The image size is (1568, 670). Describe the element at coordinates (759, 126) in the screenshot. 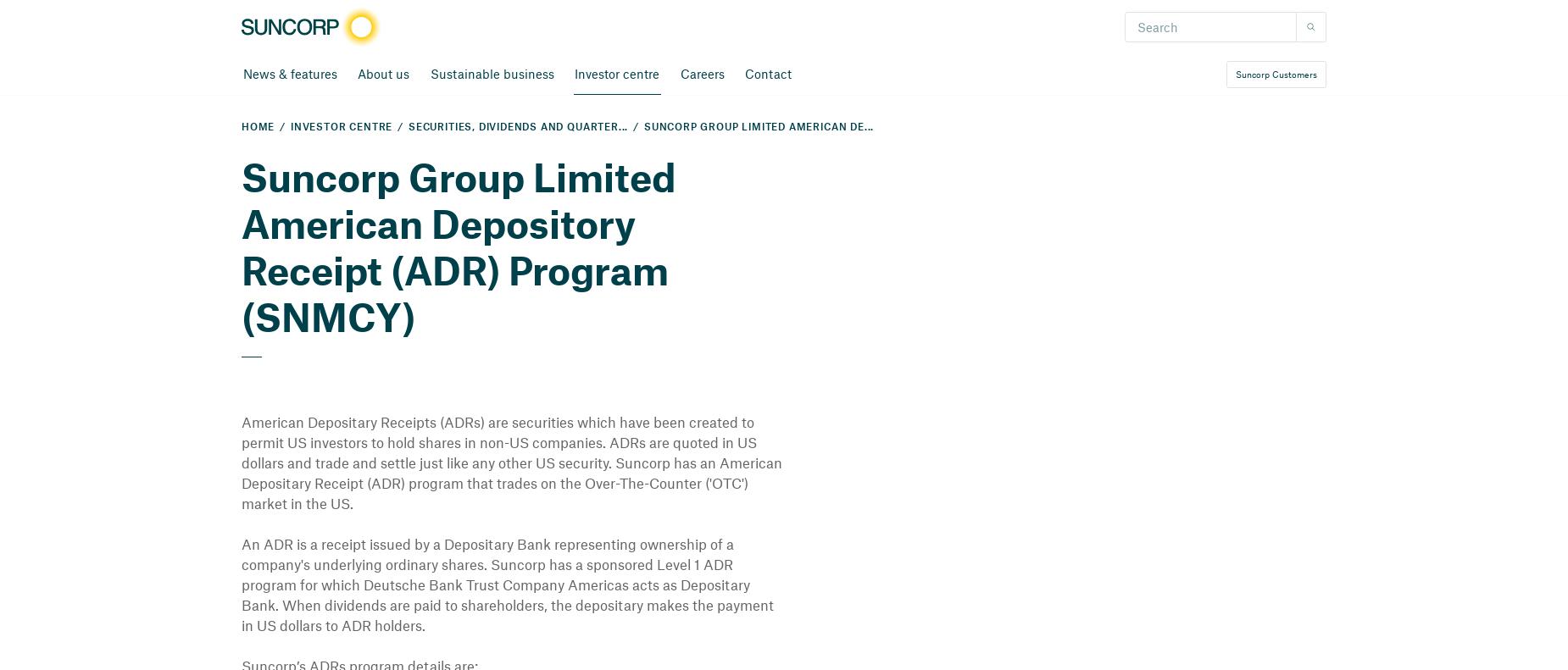

I see `'Suncorp Group Limited American De...'` at that location.